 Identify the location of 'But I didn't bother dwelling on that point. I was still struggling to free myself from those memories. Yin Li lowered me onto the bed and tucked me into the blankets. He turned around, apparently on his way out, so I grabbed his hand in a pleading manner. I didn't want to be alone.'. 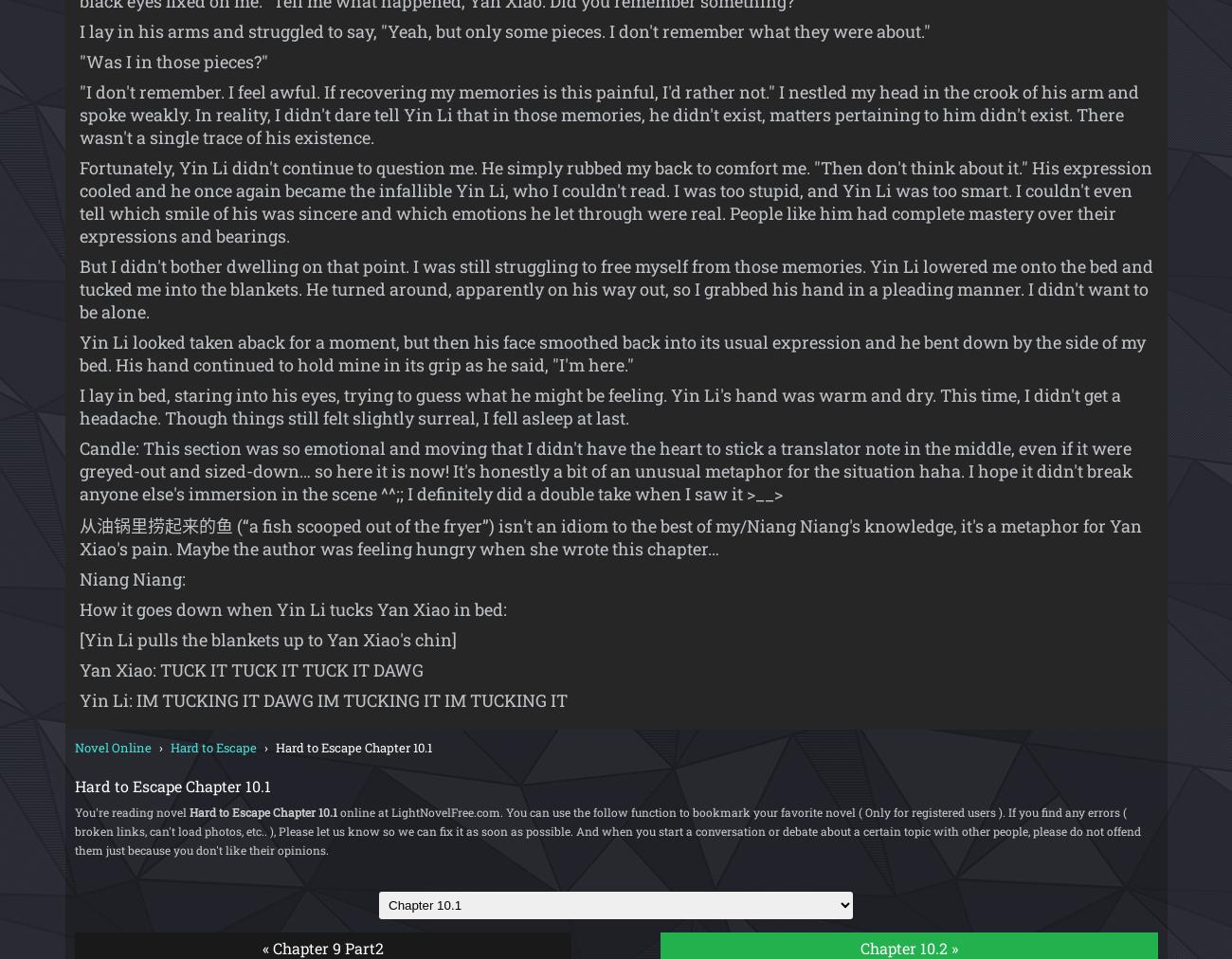
(615, 288).